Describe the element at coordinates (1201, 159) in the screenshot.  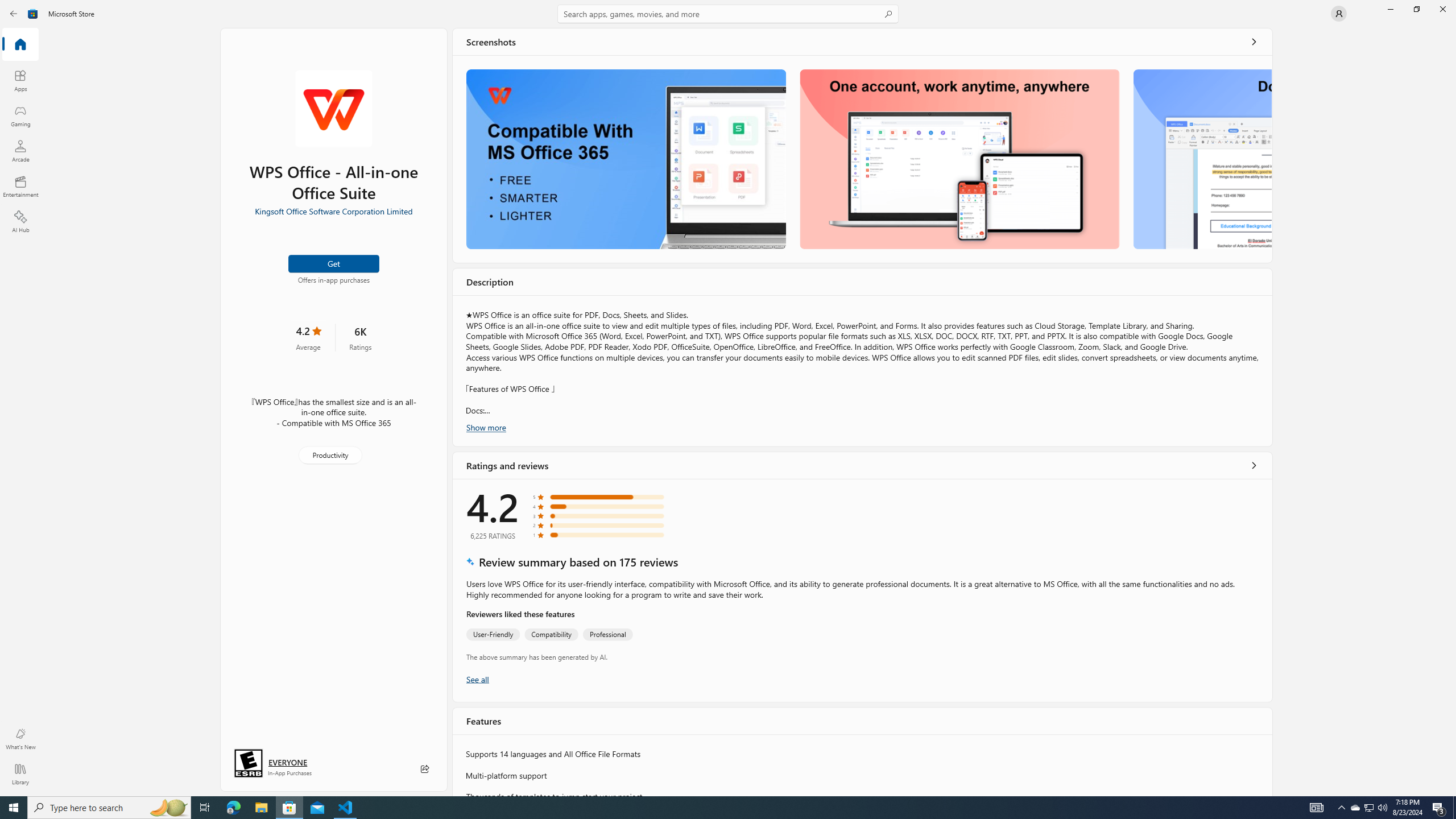
I see `'Screenshot 3'` at that location.